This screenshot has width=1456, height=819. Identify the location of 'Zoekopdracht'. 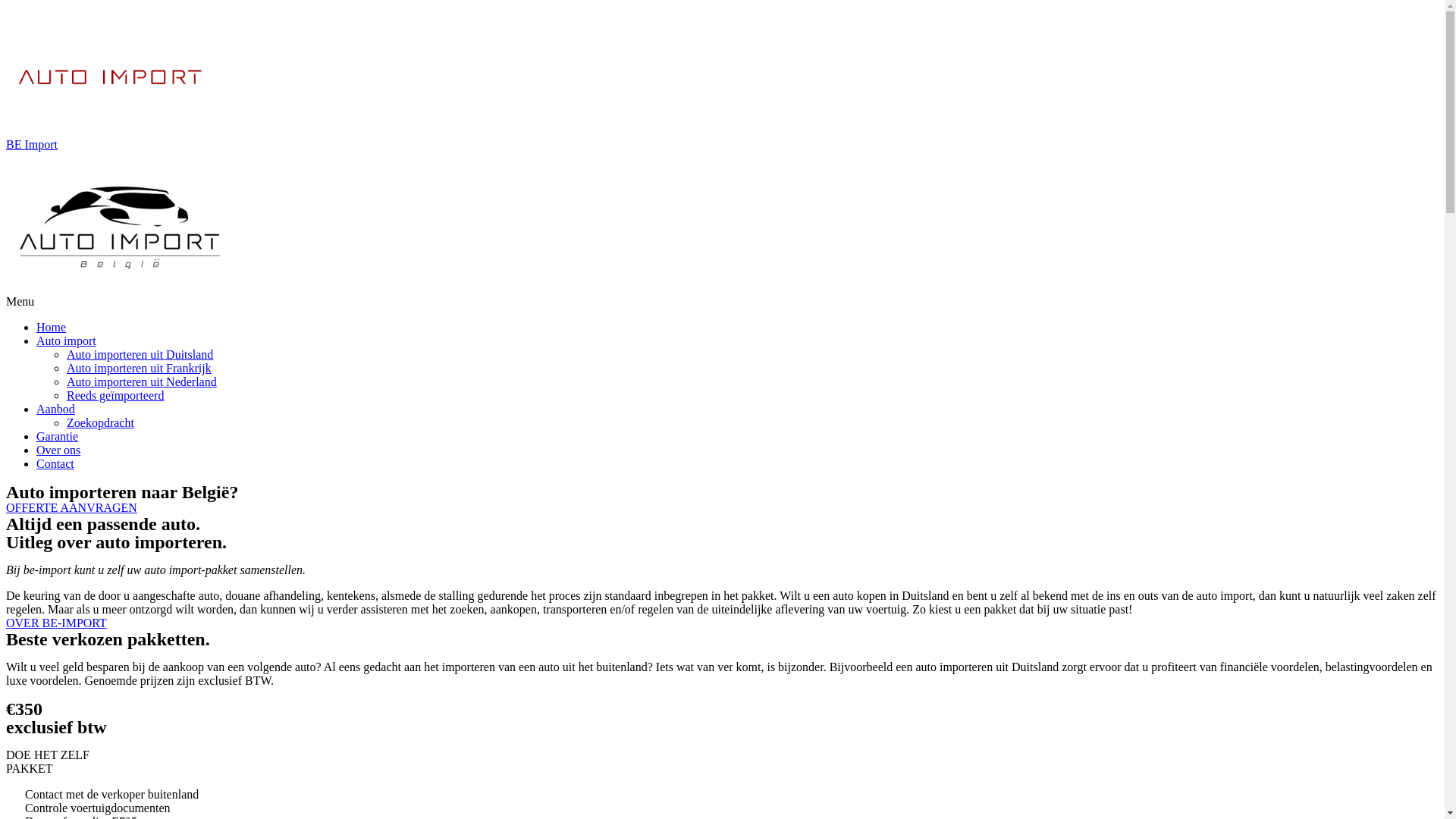
(99, 422).